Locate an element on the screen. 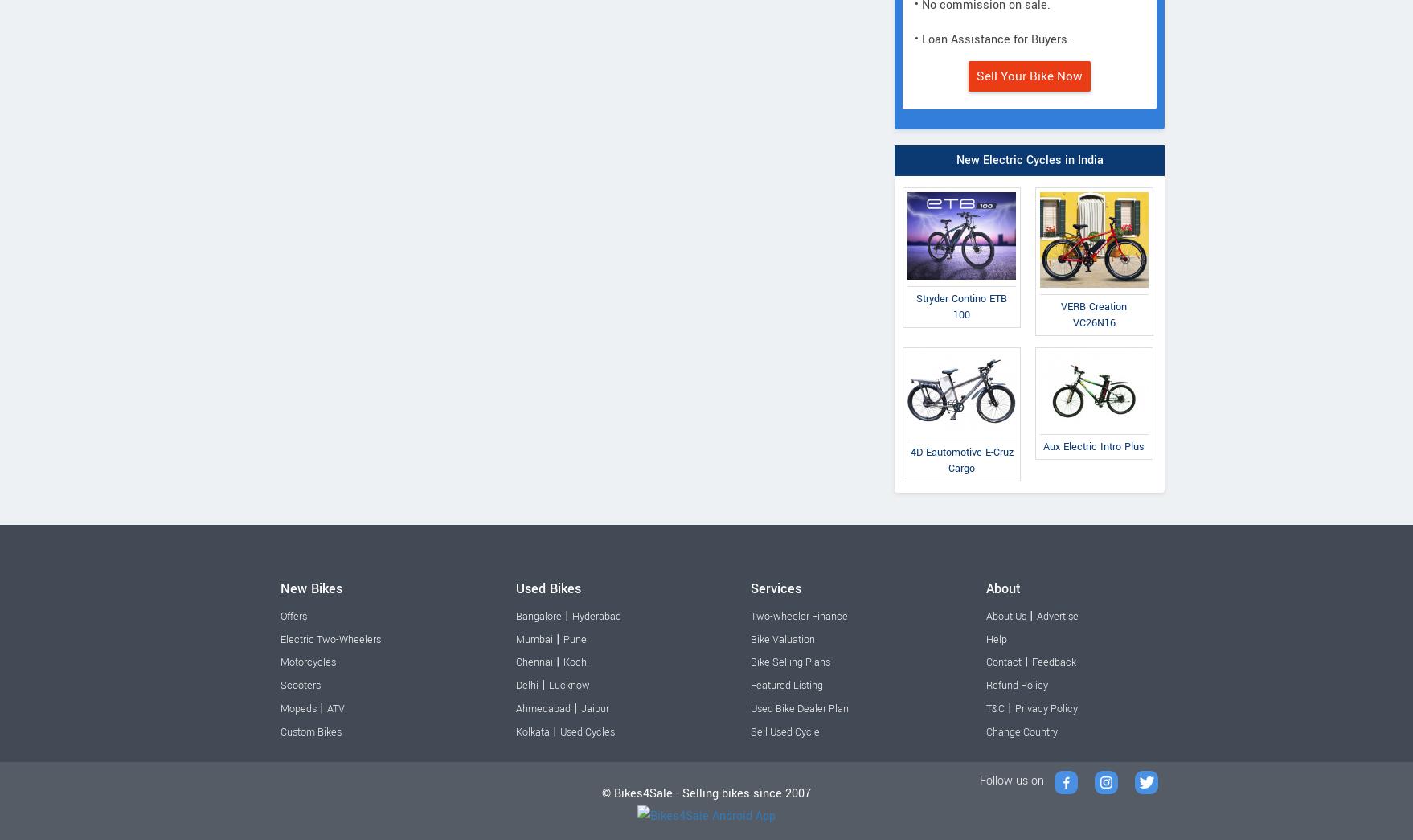 Image resolution: width=1413 pixels, height=840 pixels. 'VERB Creation VC26N16' is located at coordinates (1093, 313).